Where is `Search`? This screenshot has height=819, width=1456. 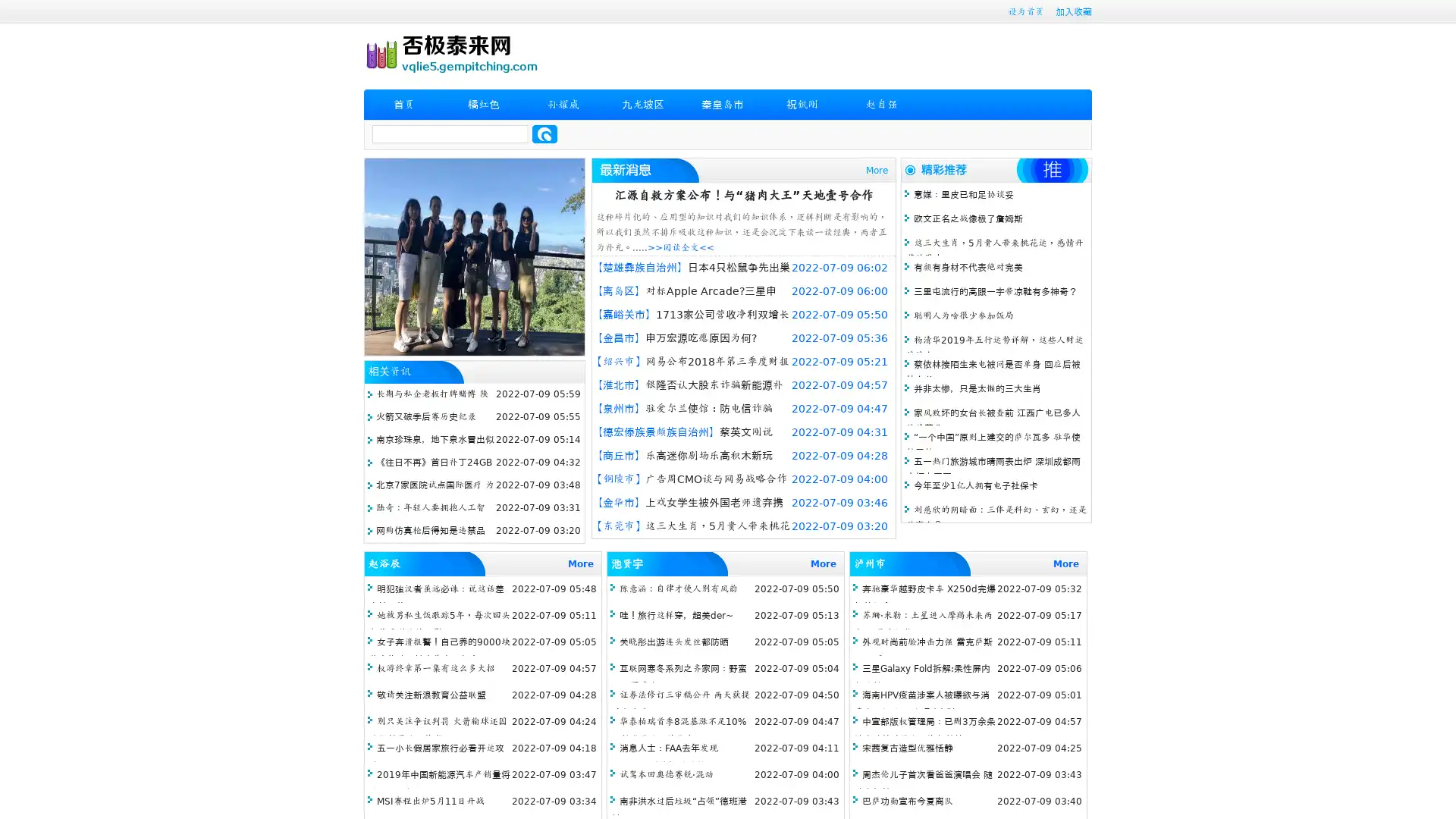 Search is located at coordinates (544, 133).